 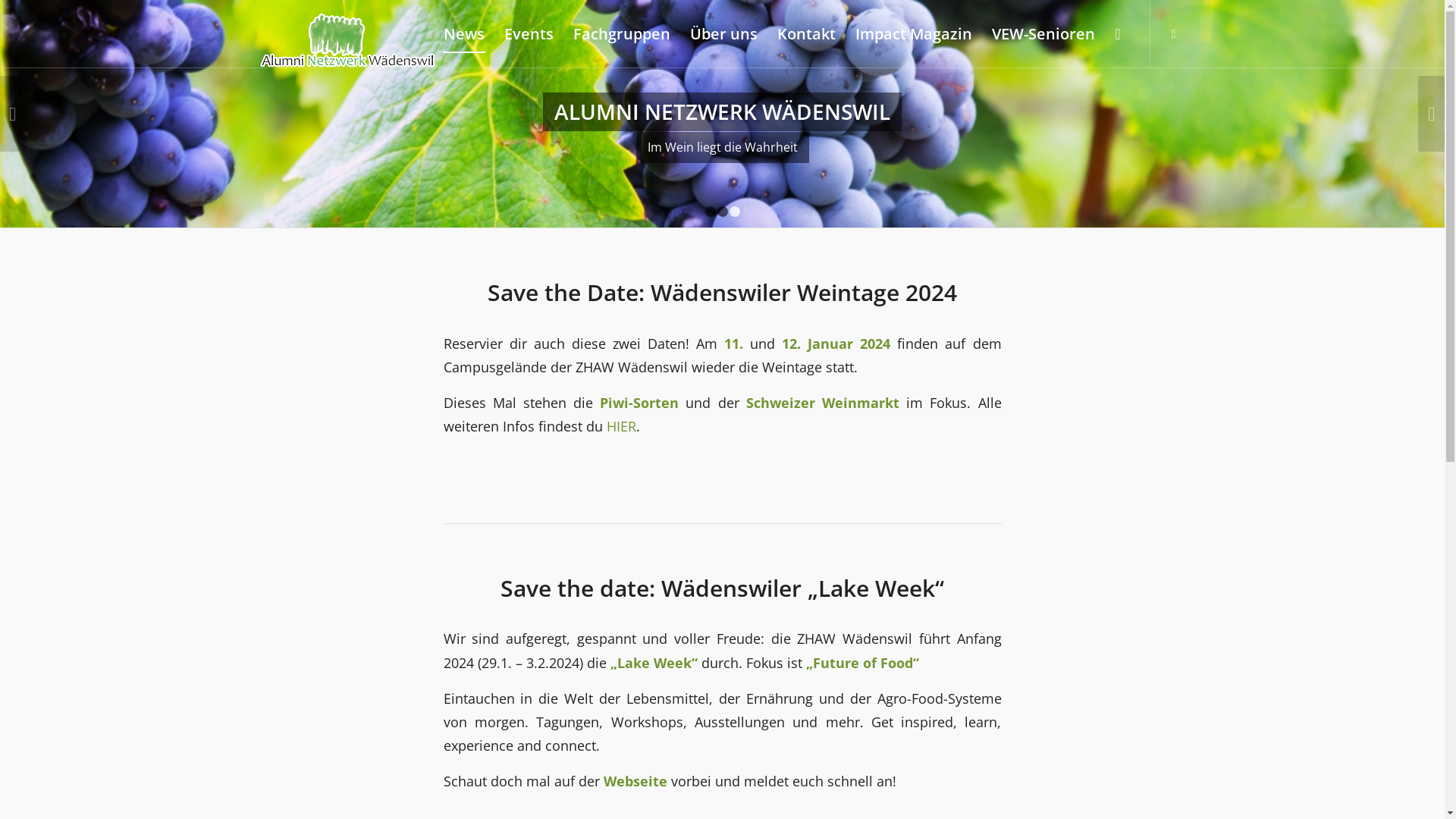 I want to click on 'HIER', so click(x=607, y=425).